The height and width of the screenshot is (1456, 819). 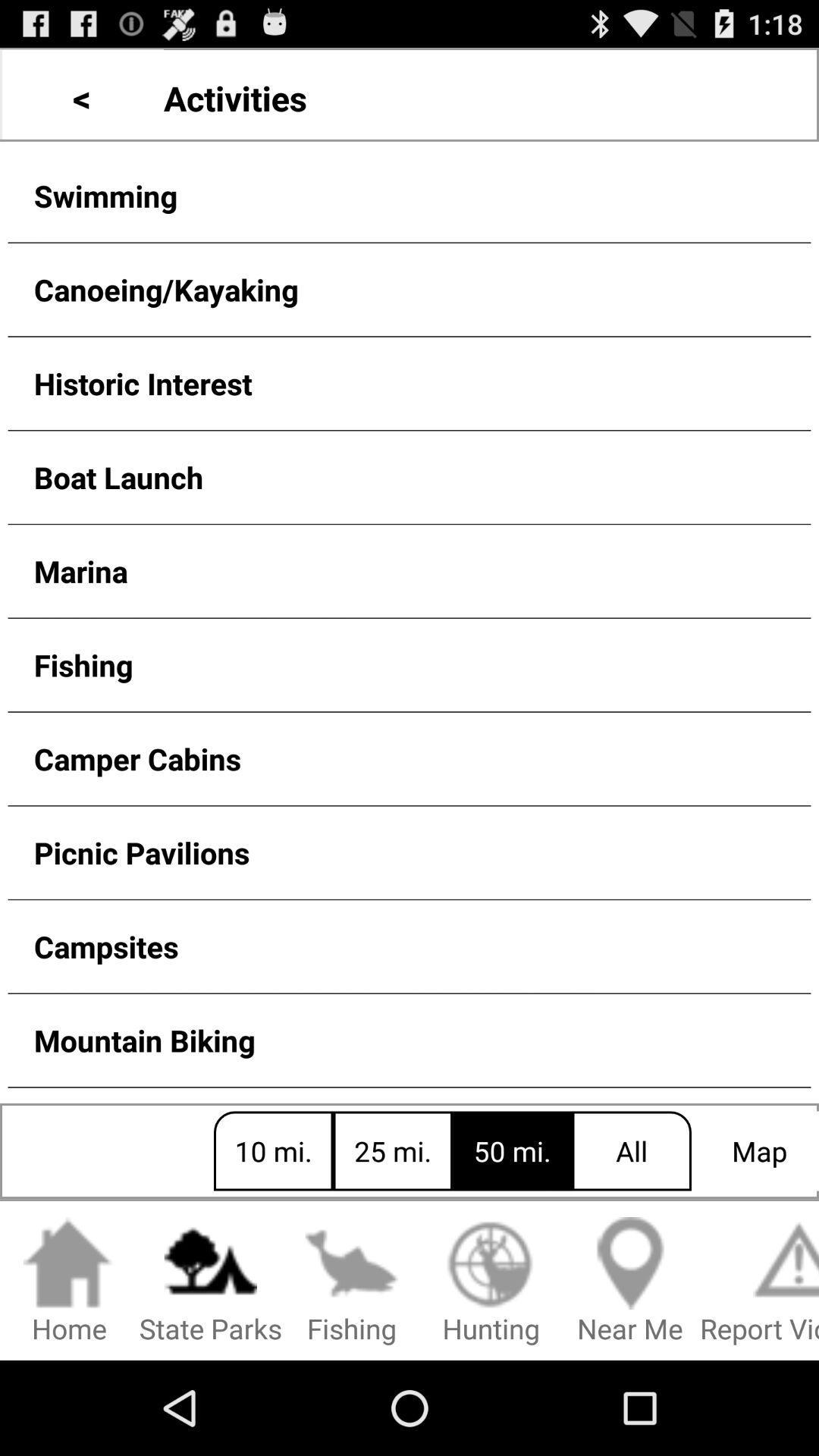 What do you see at coordinates (759, 1281) in the screenshot?
I see `icon to the right of near me item` at bounding box center [759, 1281].